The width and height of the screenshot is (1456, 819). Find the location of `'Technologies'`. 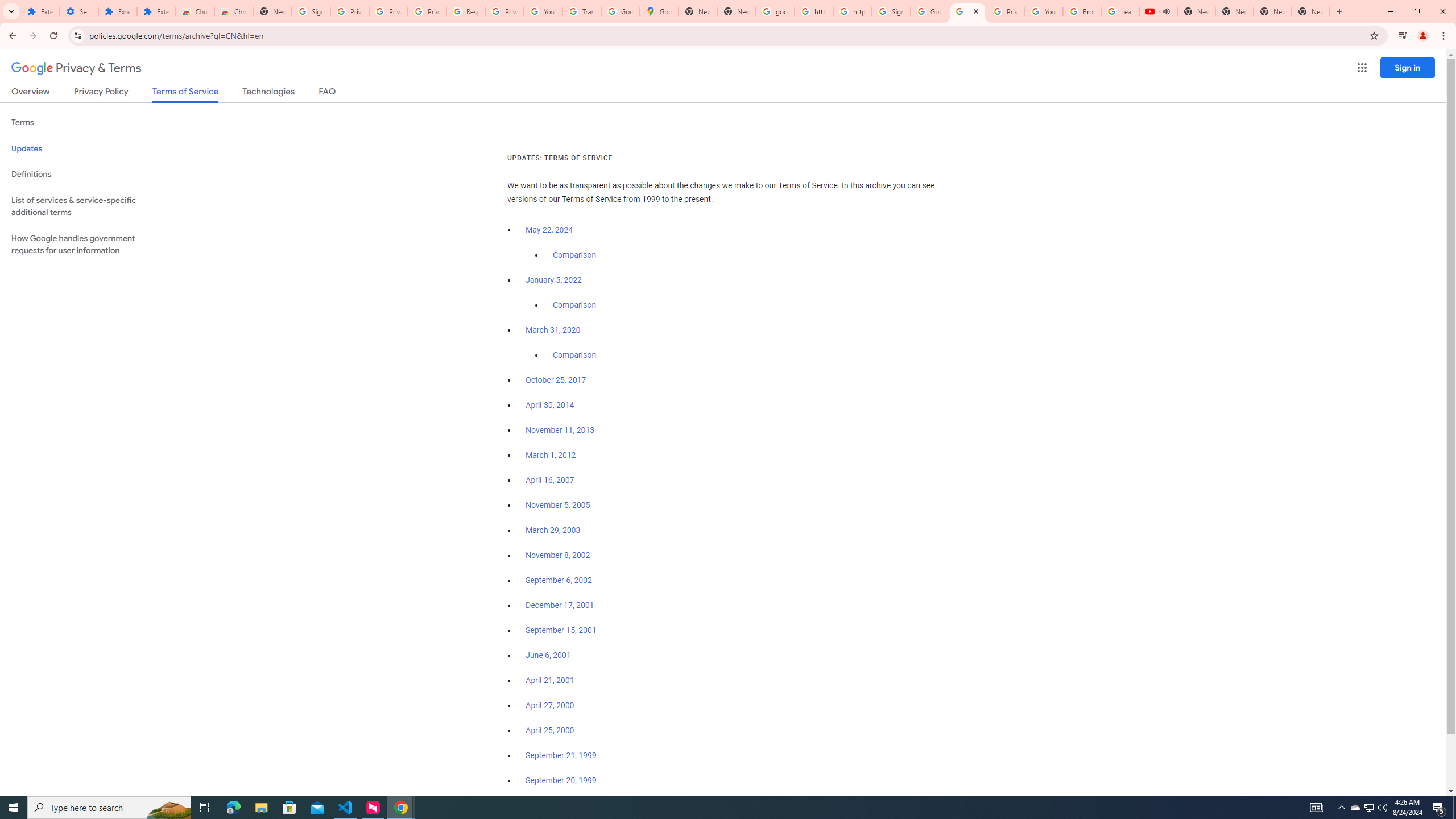

'Technologies' is located at coordinates (268, 93).